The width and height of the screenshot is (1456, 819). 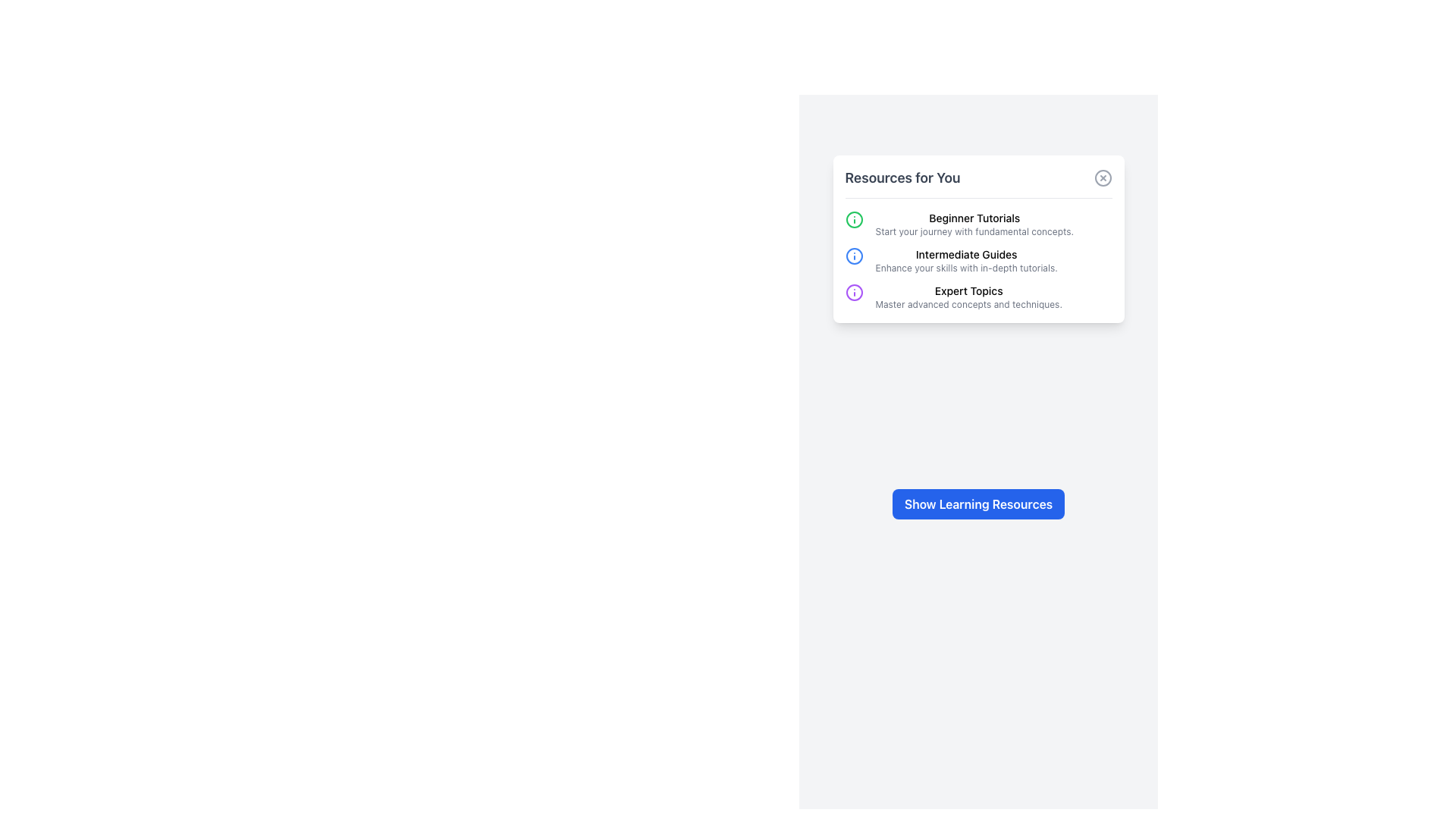 I want to click on the first item in the 'Resources for You' card that contains the title 'Beginner Tutorials' and the subtitle 'Start your journey with fundamental concepts.', so click(x=978, y=224).